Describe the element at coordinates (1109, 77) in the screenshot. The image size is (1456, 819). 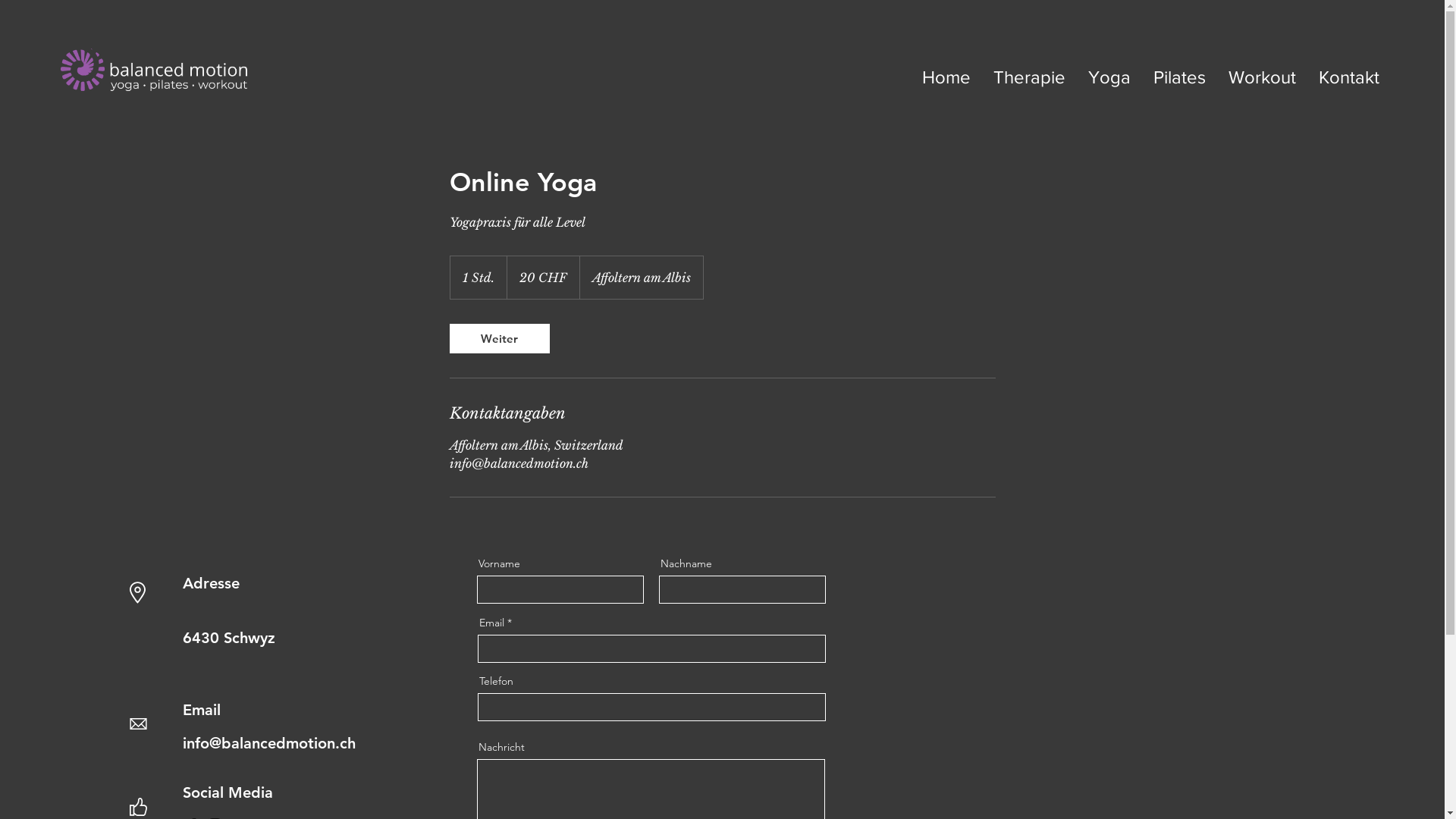
I see `'Yoga'` at that location.